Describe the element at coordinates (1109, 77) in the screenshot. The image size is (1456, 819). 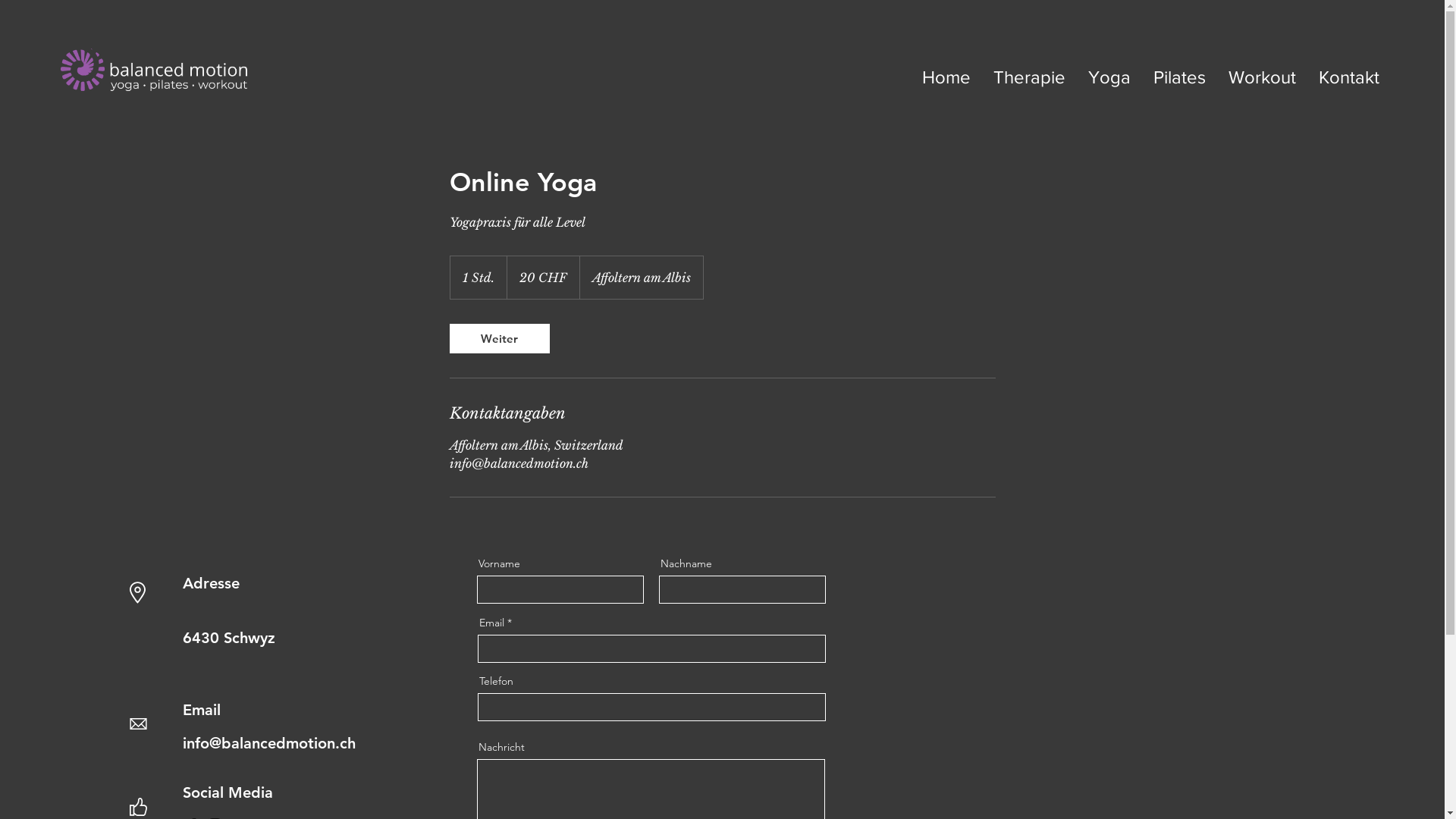
I see `'Yoga'` at that location.